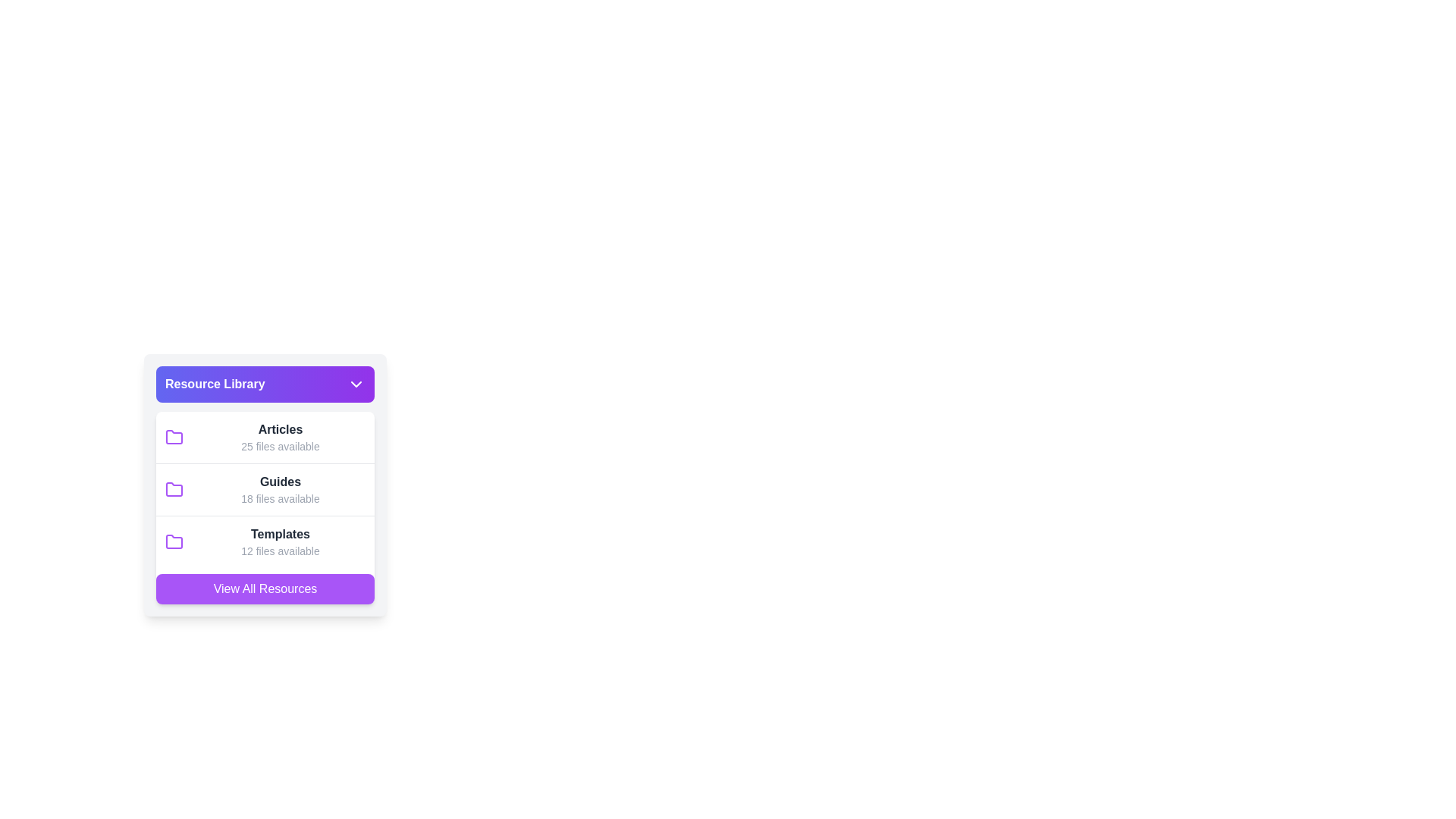  Describe the element at coordinates (280, 534) in the screenshot. I see `the 'Templates' text label, which is styled in bold and dark gray, located within the 'Resource Library' menu` at that location.